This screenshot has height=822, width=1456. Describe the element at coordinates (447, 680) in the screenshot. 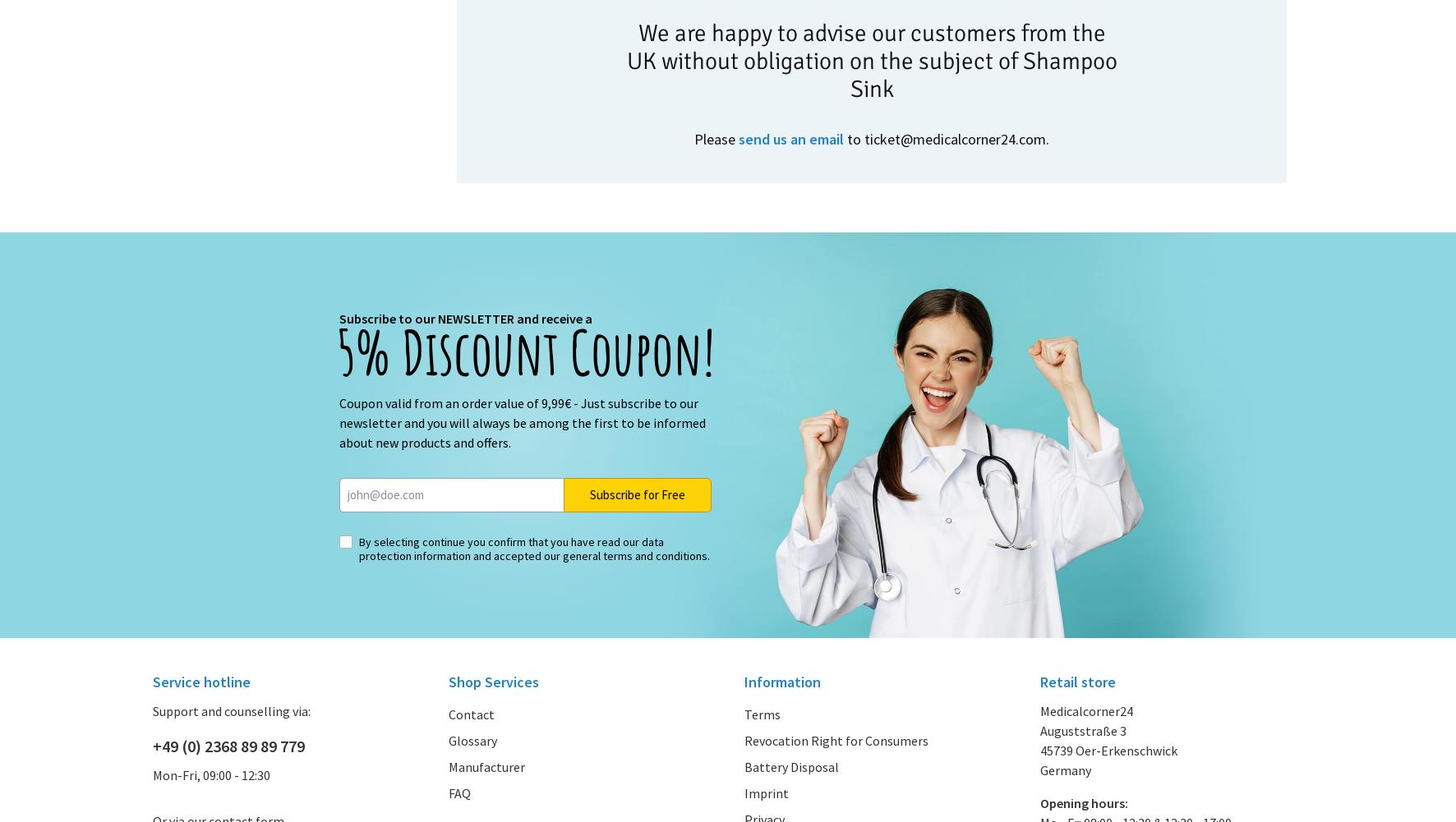

I see `'Shop Services'` at that location.